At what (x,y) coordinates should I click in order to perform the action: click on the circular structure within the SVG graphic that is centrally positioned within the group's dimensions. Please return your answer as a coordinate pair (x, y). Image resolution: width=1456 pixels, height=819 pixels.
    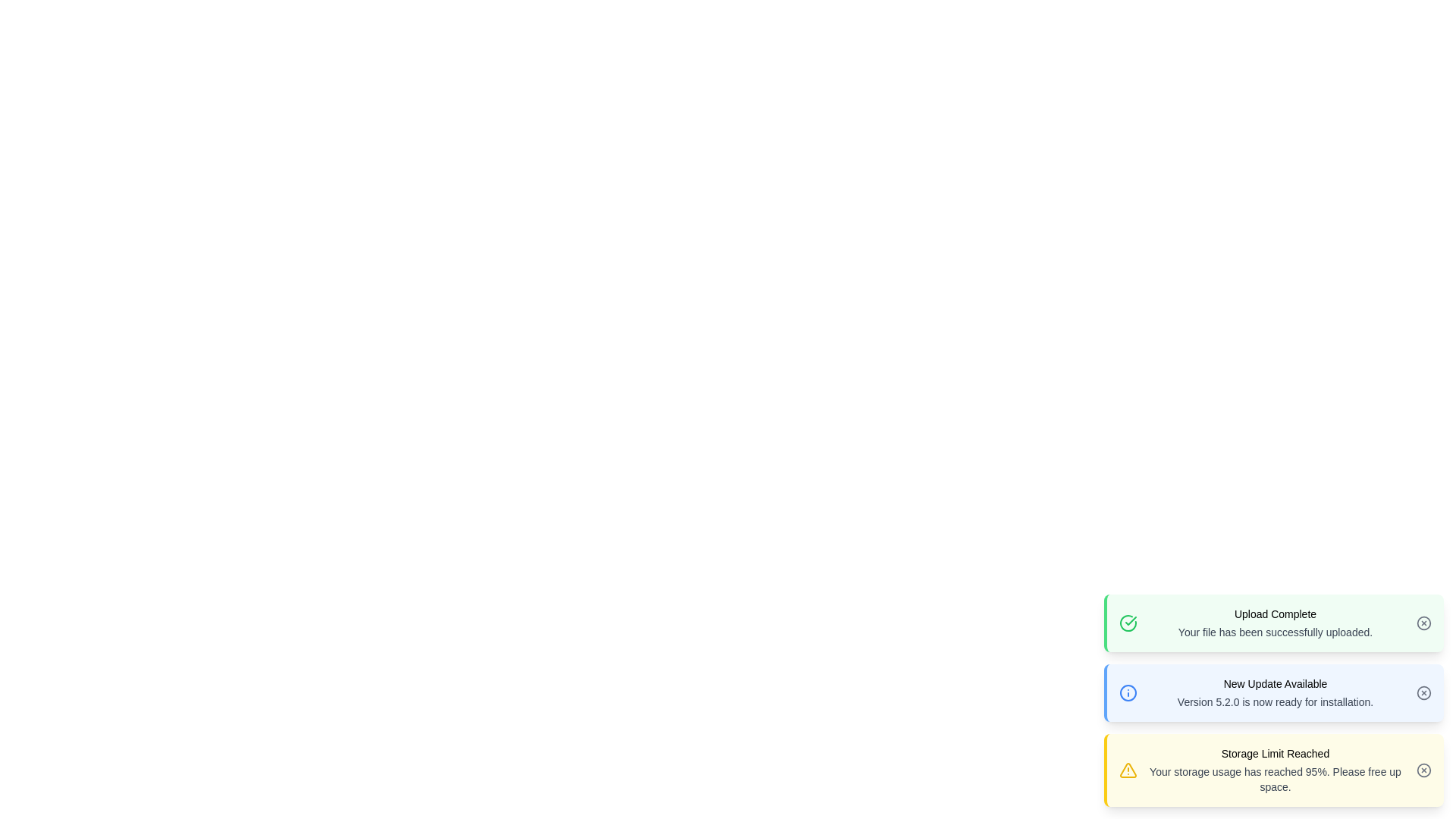
    Looking at the image, I should click on (1128, 693).